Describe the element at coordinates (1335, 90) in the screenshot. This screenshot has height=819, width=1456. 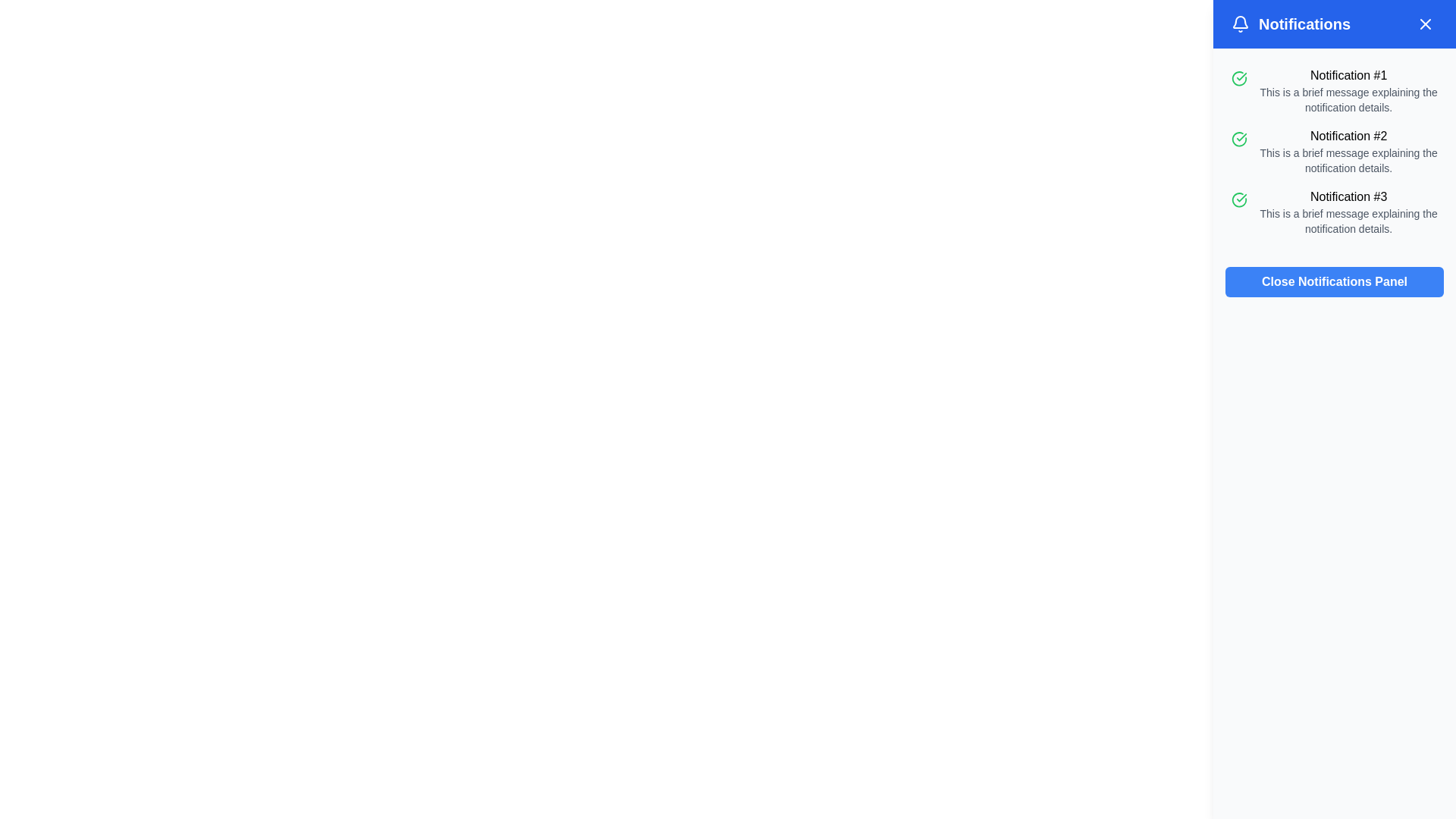
I see `the notification entry labeled 'Notification #1'` at that location.